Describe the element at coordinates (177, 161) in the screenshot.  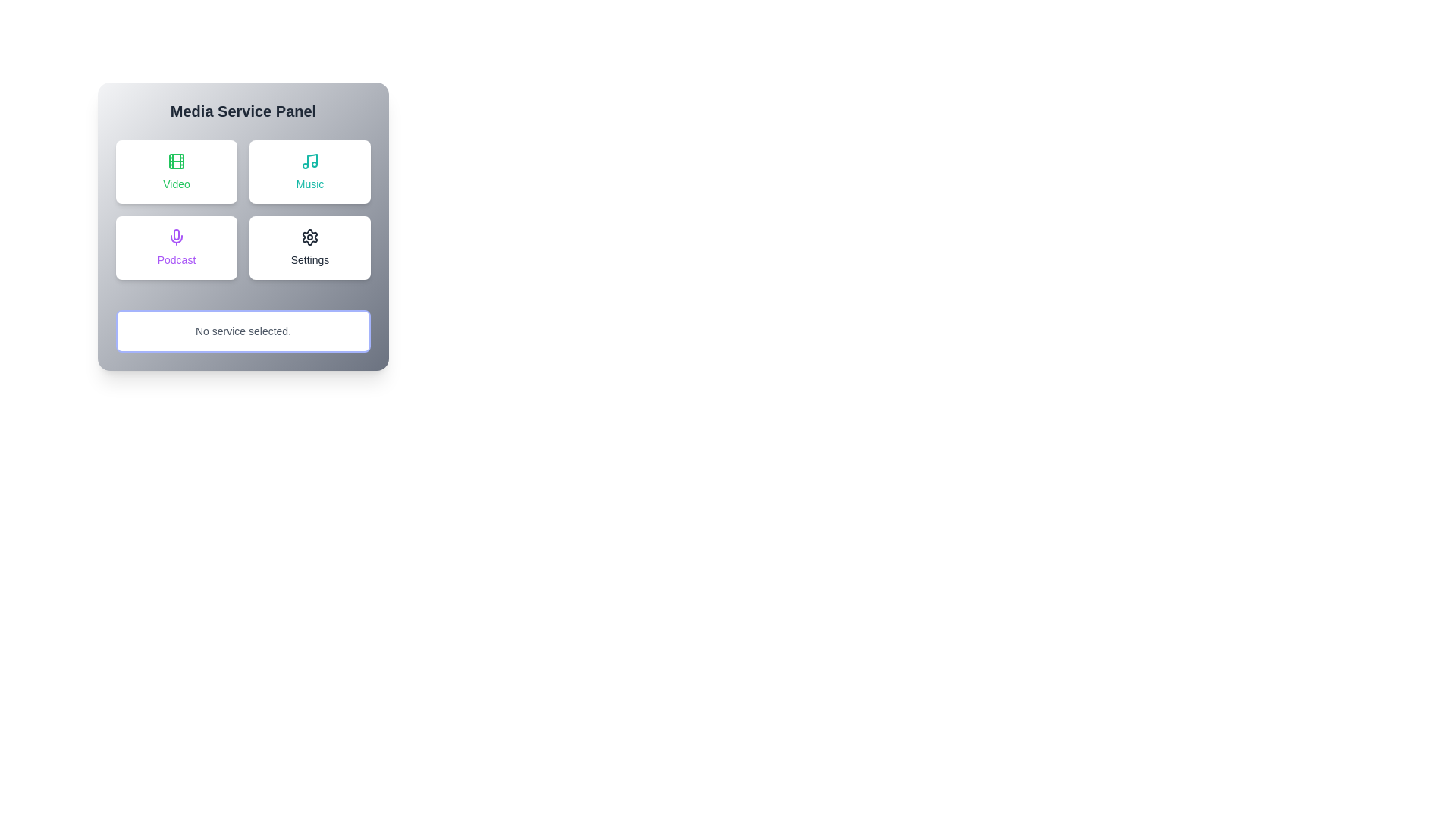
I see `the film strip icon with a green outline, located at the top-left of the 'Video' grid, above the text 'Video'` at that location.